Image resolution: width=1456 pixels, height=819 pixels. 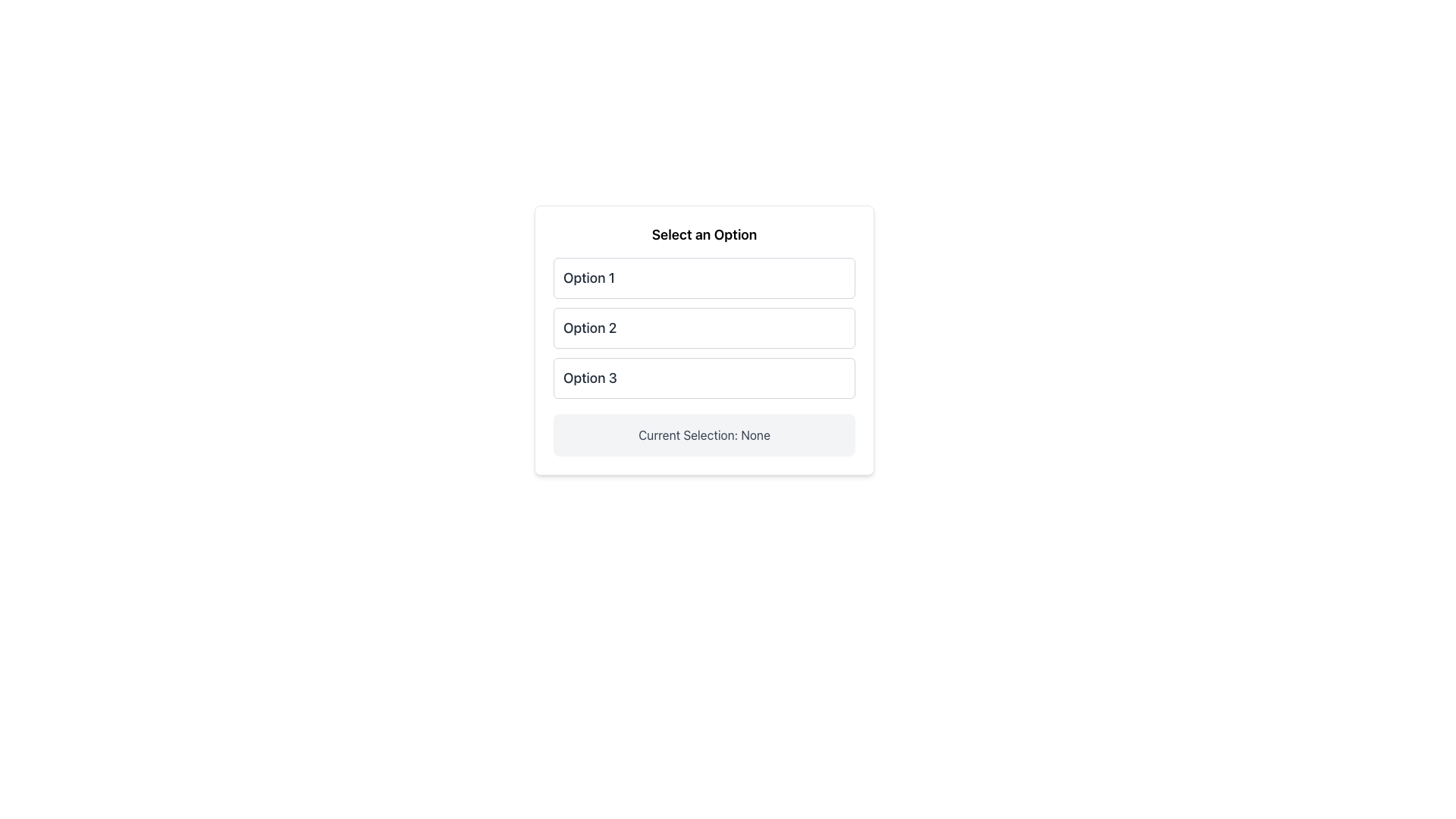 I want to click on the static text element that indicates the current selection state, which conveys that no option has been selected yet, so click(x=704, y=435).